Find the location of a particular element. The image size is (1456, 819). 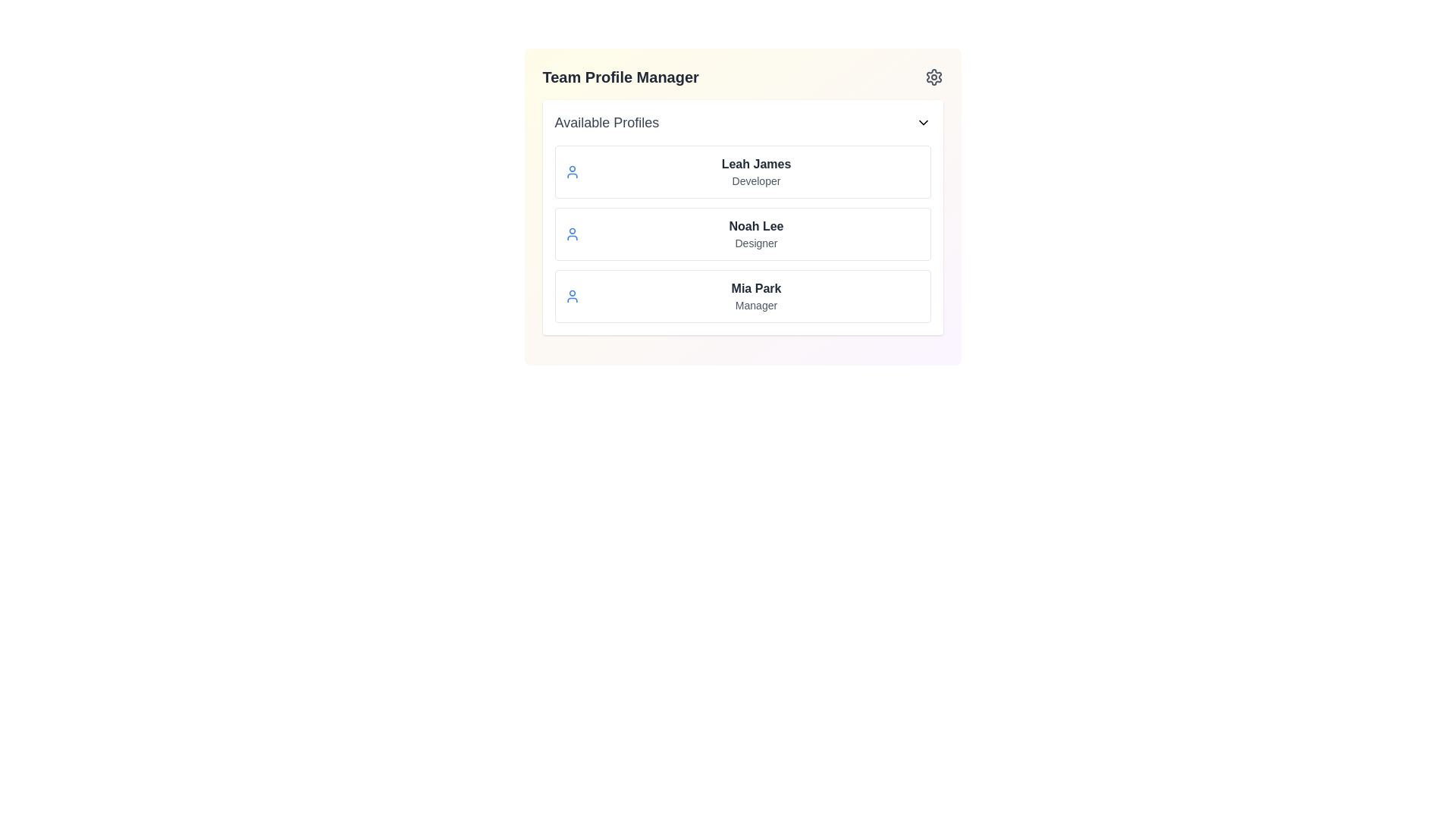

text label displaying 'Available Profiles', which is styled with a large, bold font in gray color and located in the 'Team Profile Manager' section is located at coordinates (607, 122).